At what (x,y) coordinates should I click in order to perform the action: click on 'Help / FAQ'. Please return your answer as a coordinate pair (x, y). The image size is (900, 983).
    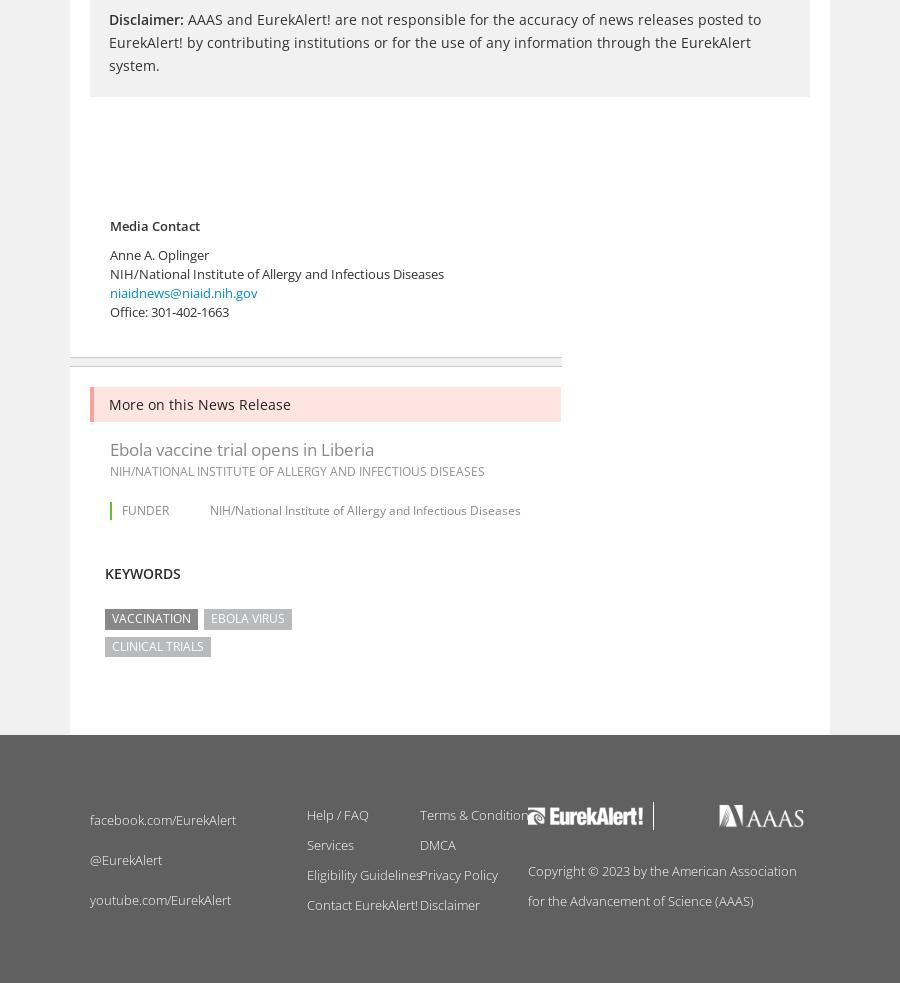
    Looking at the image, I should click on (305, 814).